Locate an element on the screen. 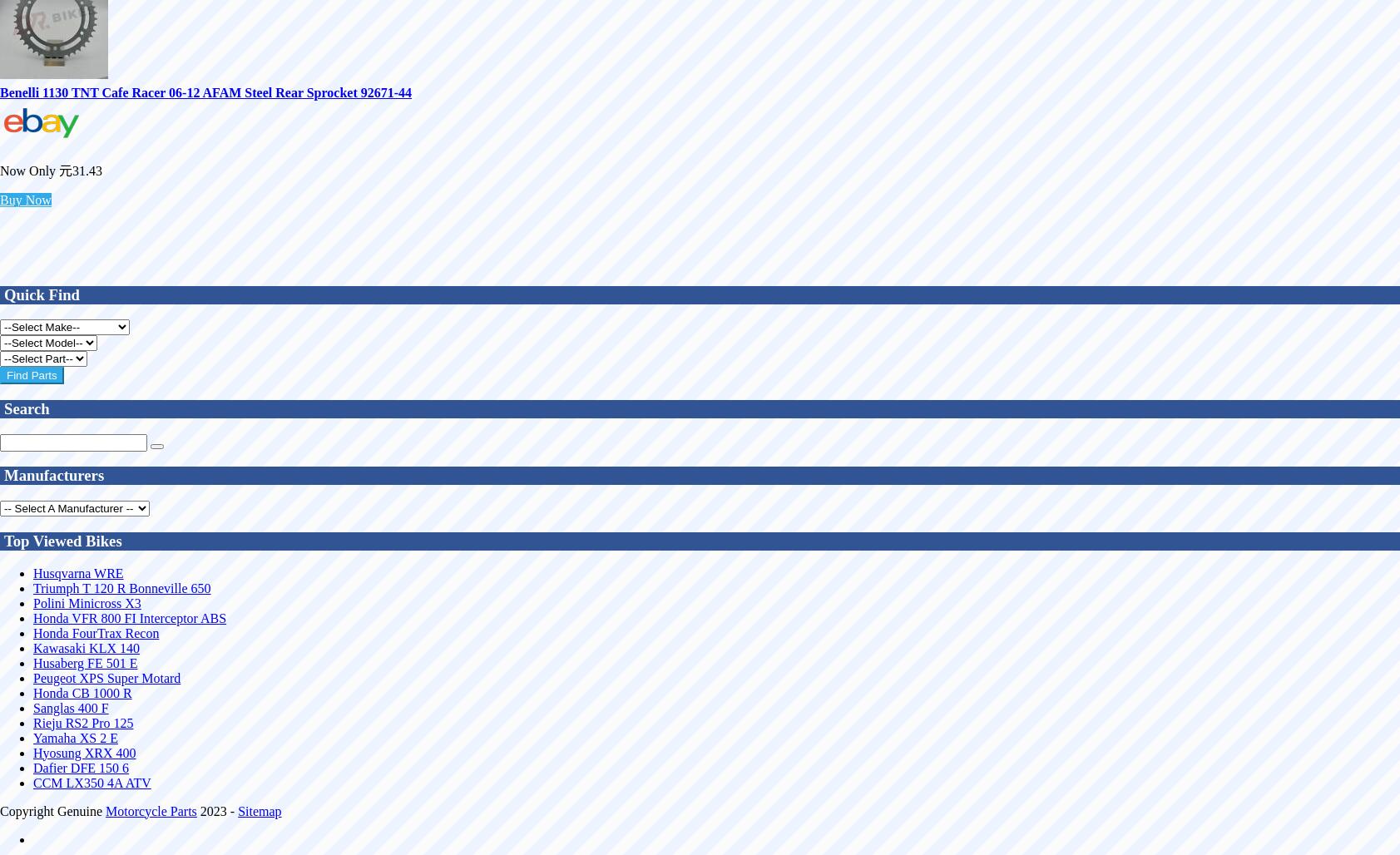  'Honda VFR 800 FI Interceptor ABS' is located at coordinates (129, 616).